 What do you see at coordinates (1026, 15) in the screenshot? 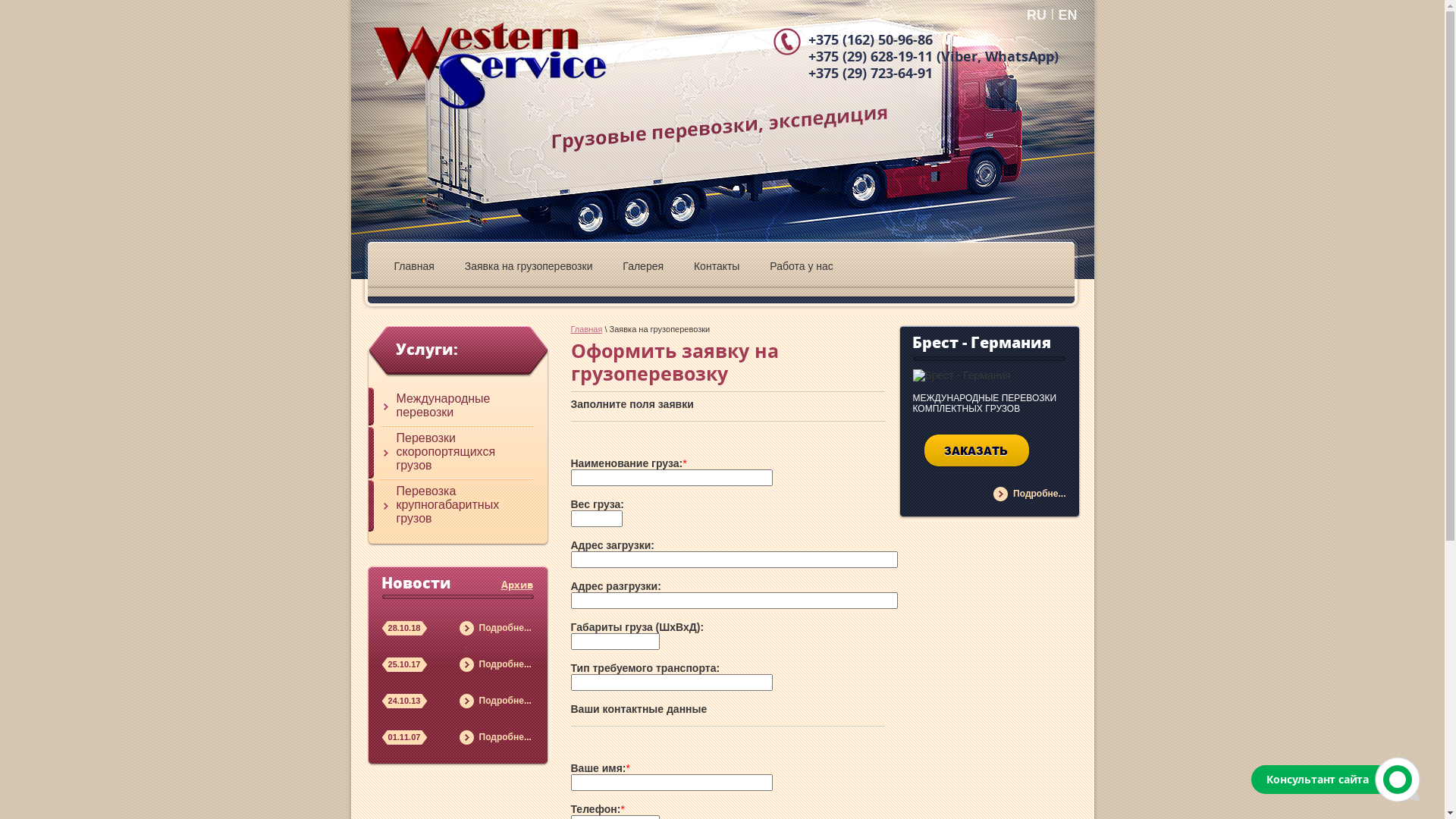
I see `'RU'` at bounding box center [1026, 15].